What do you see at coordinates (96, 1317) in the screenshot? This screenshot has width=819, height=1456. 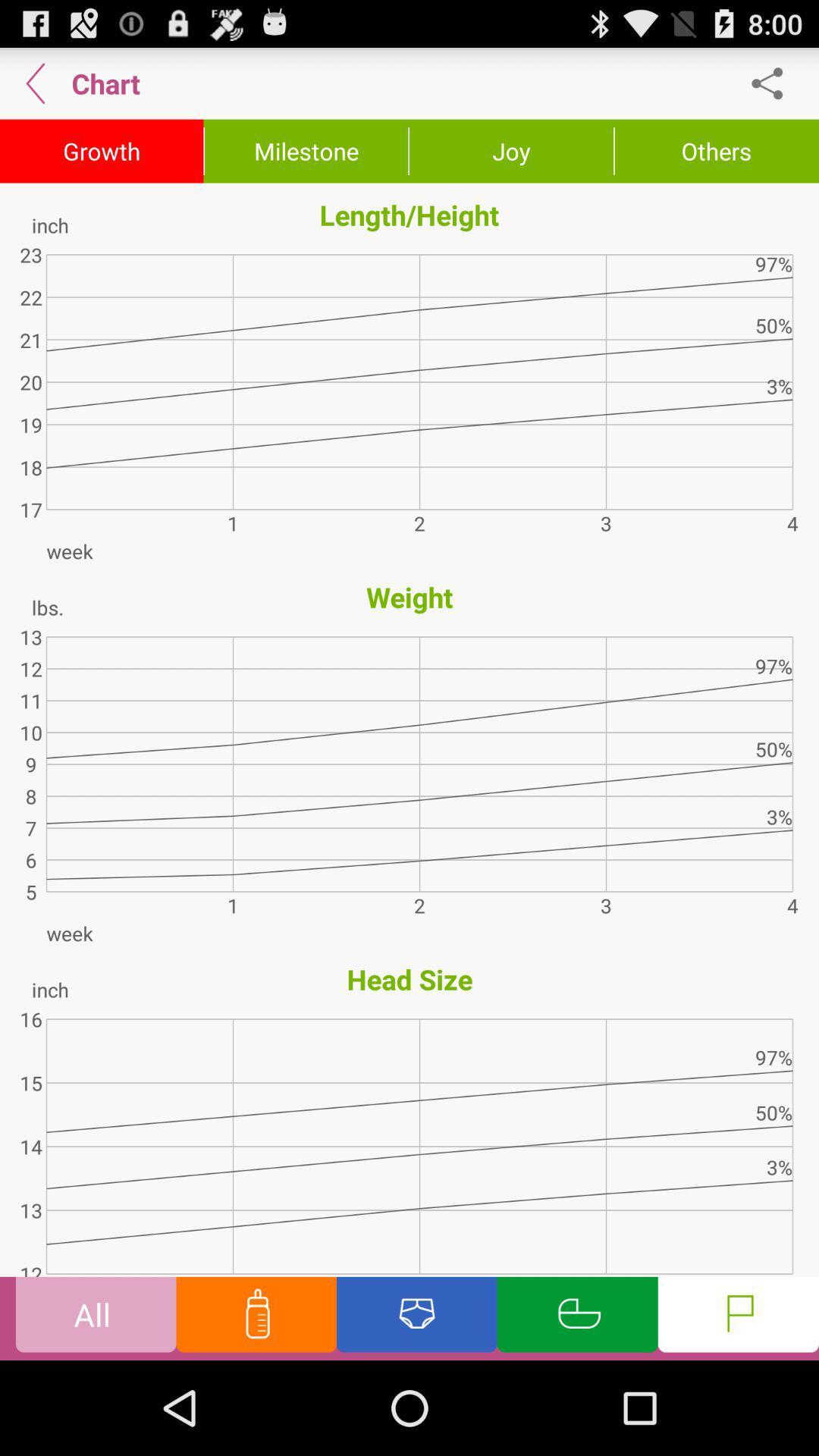 I see `the option all at the bottom corner of the page` at bounding box center [96, 1317].